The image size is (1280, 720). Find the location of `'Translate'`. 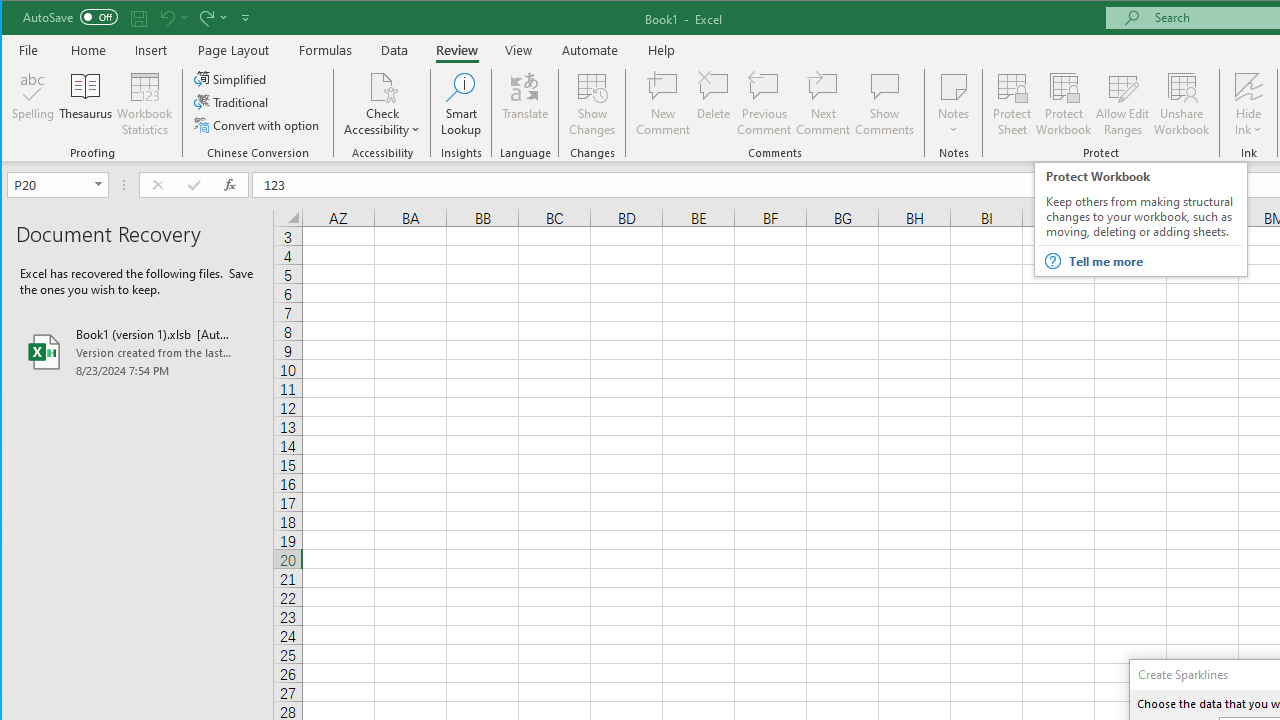

'Translate' is located at coordinates (525, 104).